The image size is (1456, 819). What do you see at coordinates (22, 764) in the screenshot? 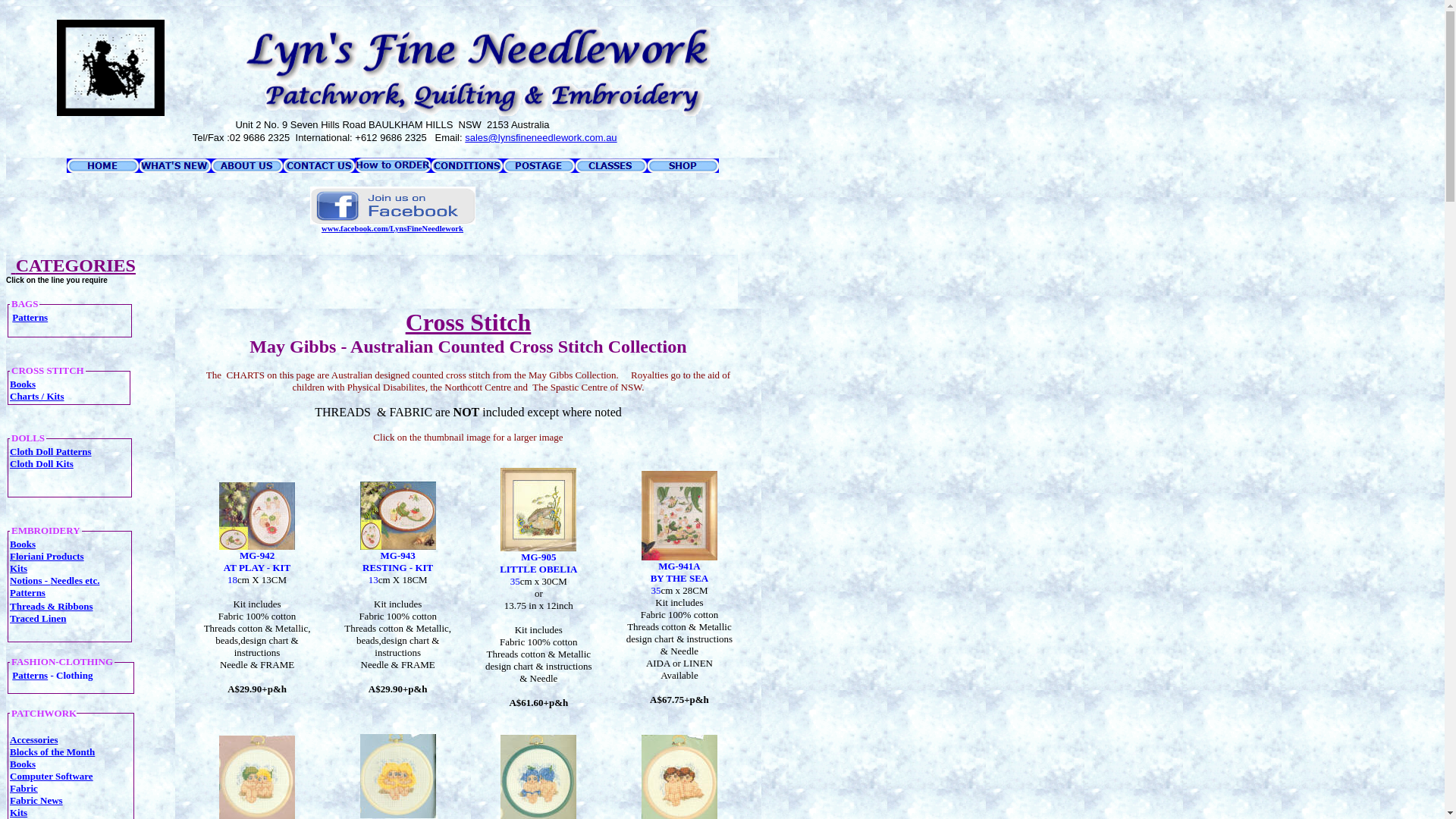
I see `'Books'` at bounding box center [22, 764].